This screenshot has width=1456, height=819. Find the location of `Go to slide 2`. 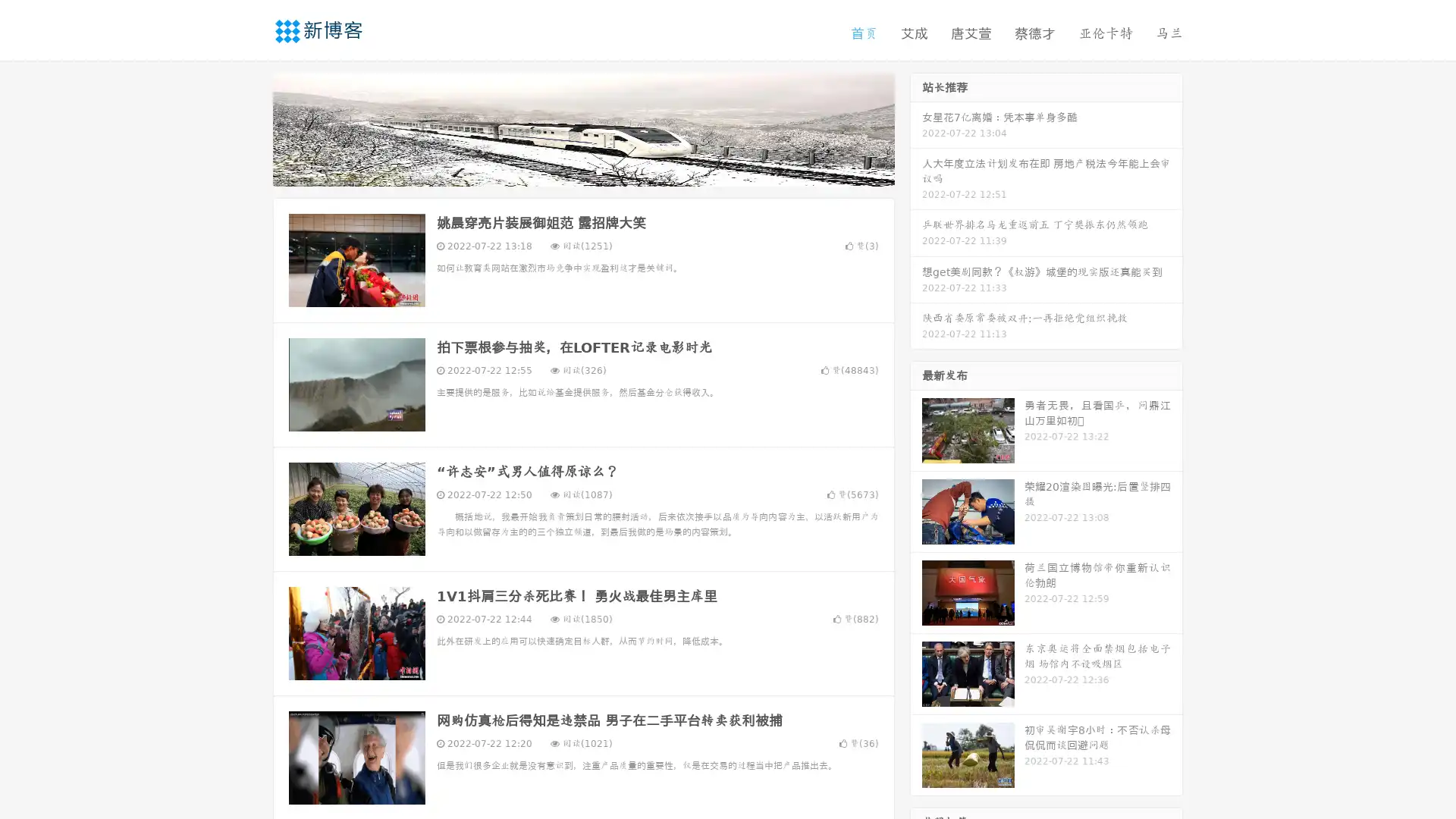

Go to slide 2 is located at coordinates (582, 171).